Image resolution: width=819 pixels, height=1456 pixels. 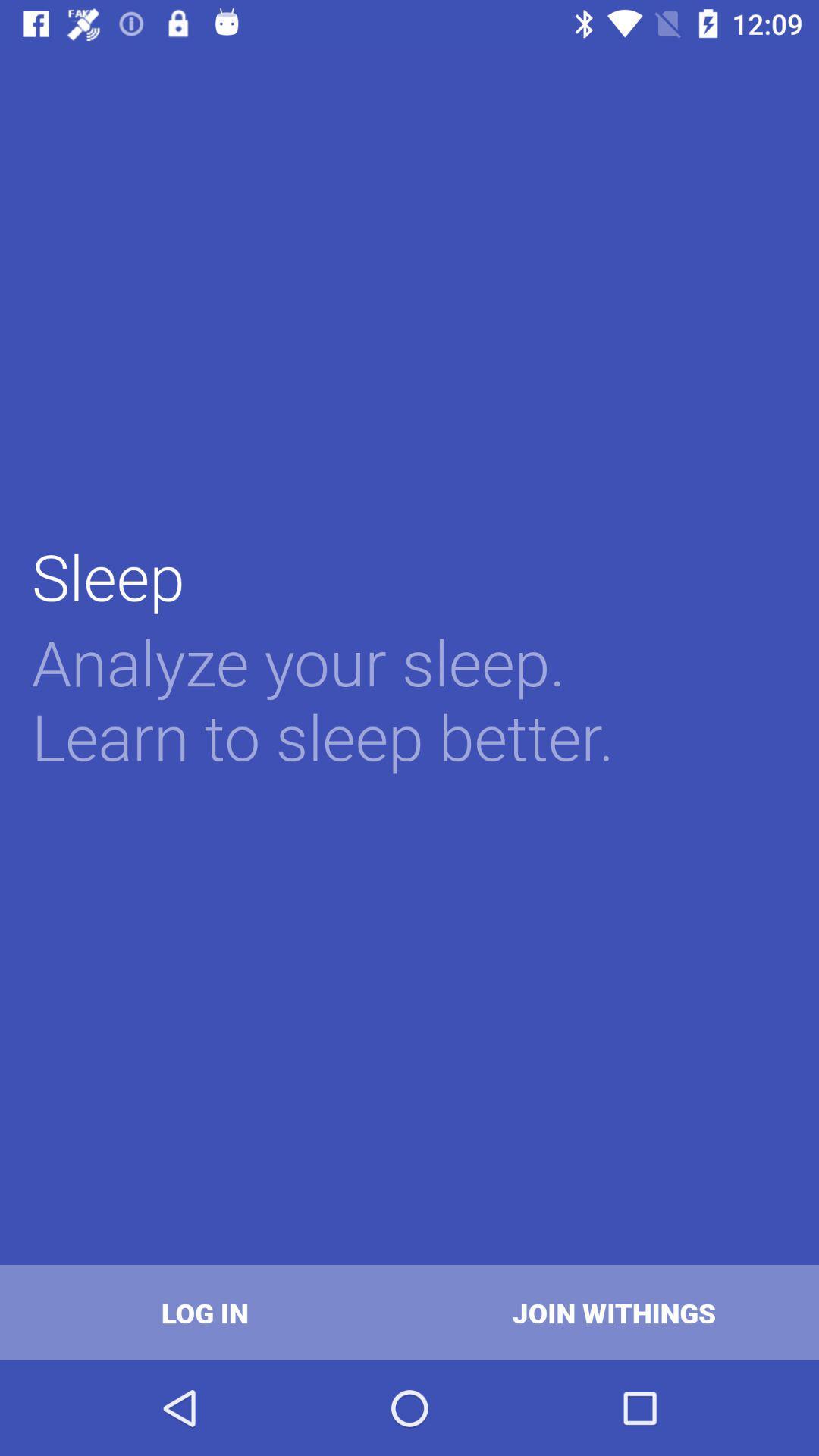 What do you see at coordinates (614, 1312) in the screenshot?
I see `join withings` at bounding box center [614, 1312].